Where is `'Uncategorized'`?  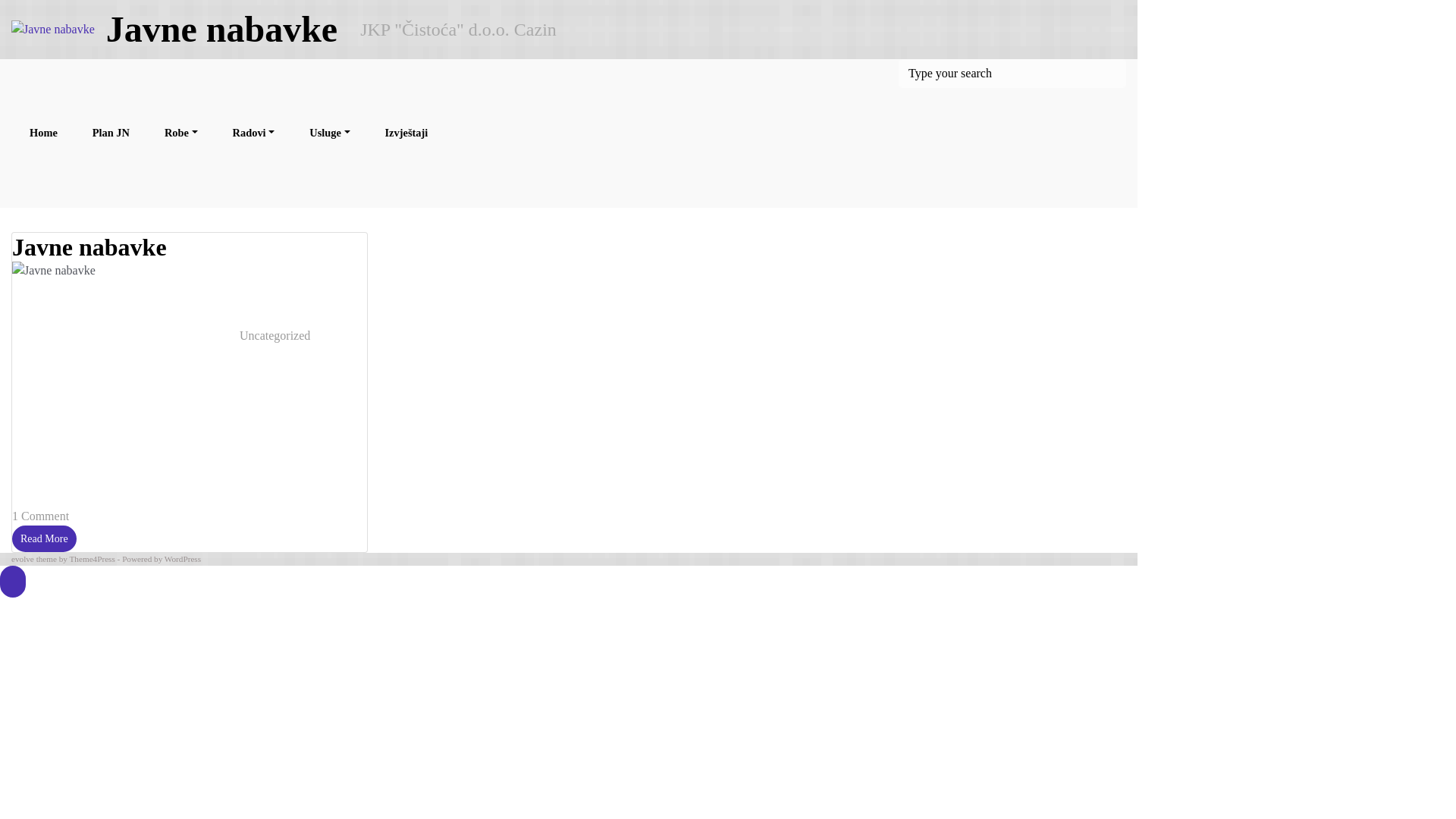 'Uncategorized' is located at coordinates (275, 334).